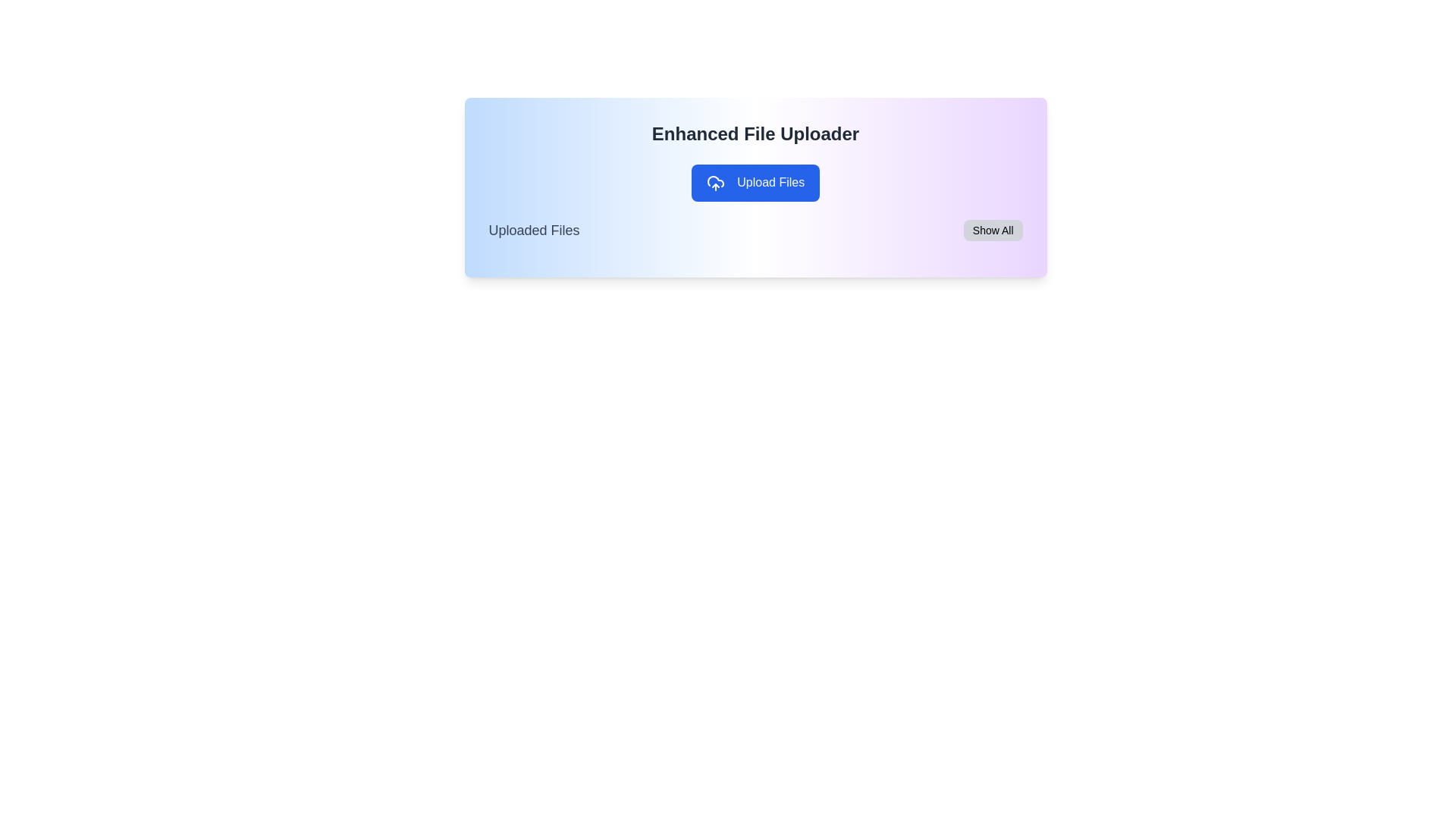 The width and height of the screenshot is (1456, 819). I want to click on the 'Uploaded Files' text label, which is styled in gray and located in the bottom-left corner of the interface within a blue section, so click(534, 230).